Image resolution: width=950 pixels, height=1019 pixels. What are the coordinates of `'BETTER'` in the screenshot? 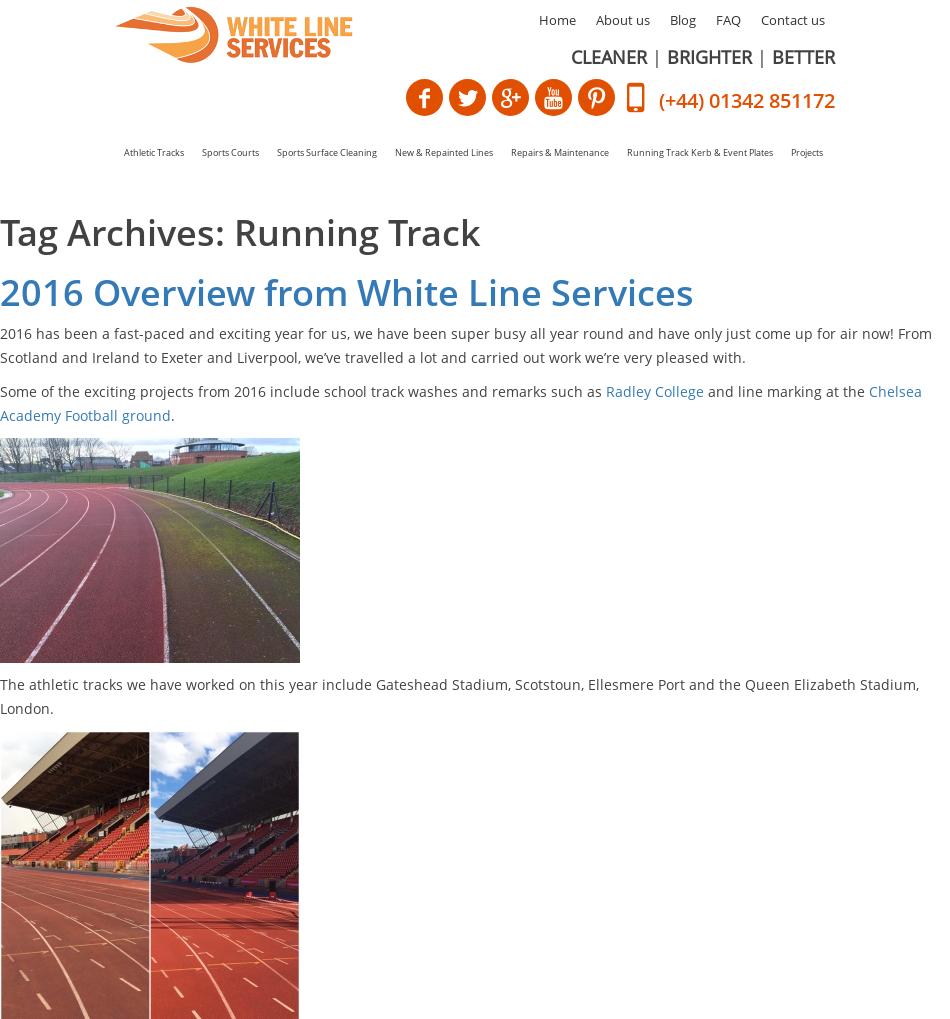 It's located at (770, 56).